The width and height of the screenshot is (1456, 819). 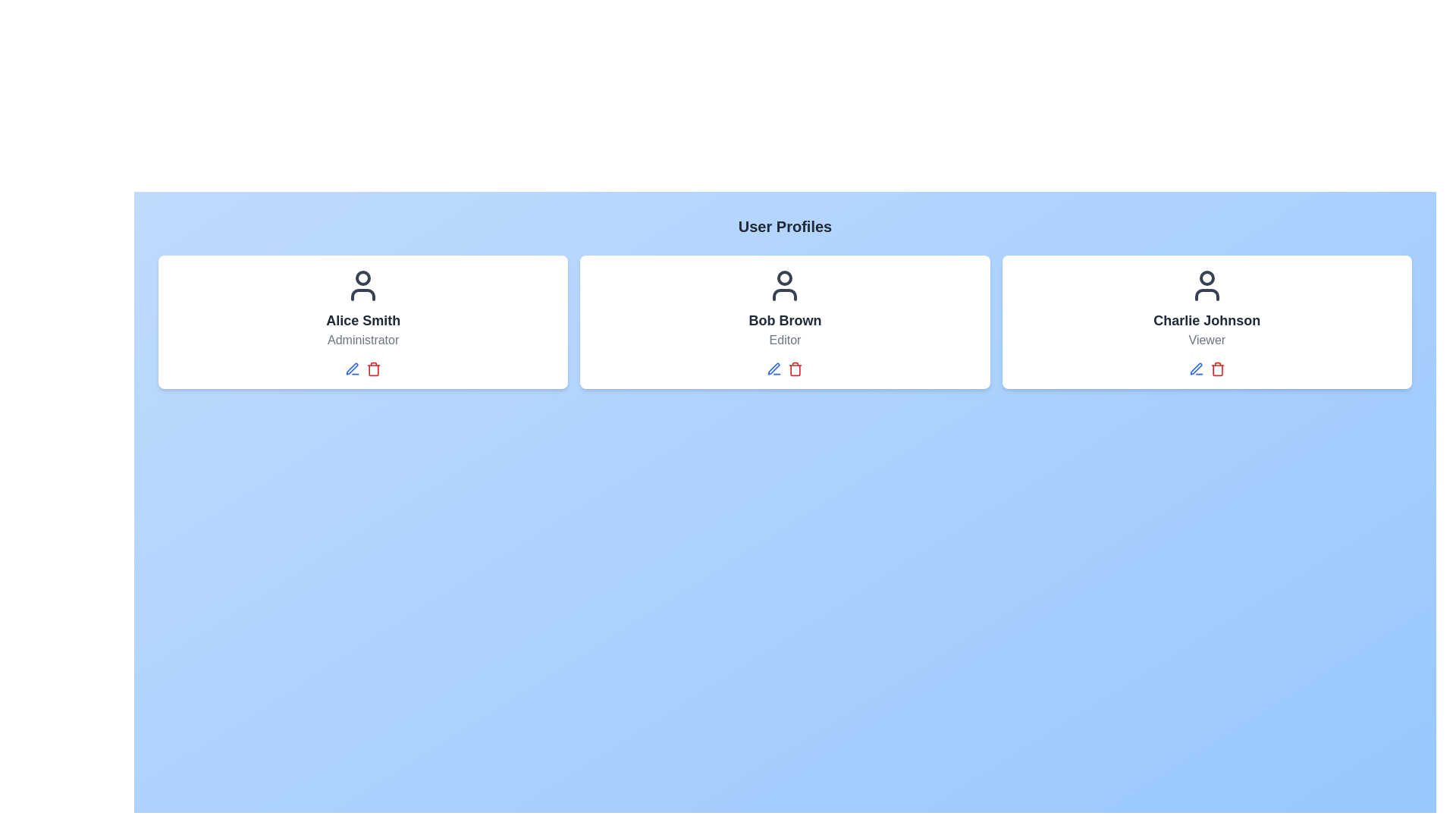 What do you see at coordinates (1217, 369) in the screenshot?
I see `the red trash bin icon located within Charlie Johnson's user profile card` at bounding box center [1217, 369].